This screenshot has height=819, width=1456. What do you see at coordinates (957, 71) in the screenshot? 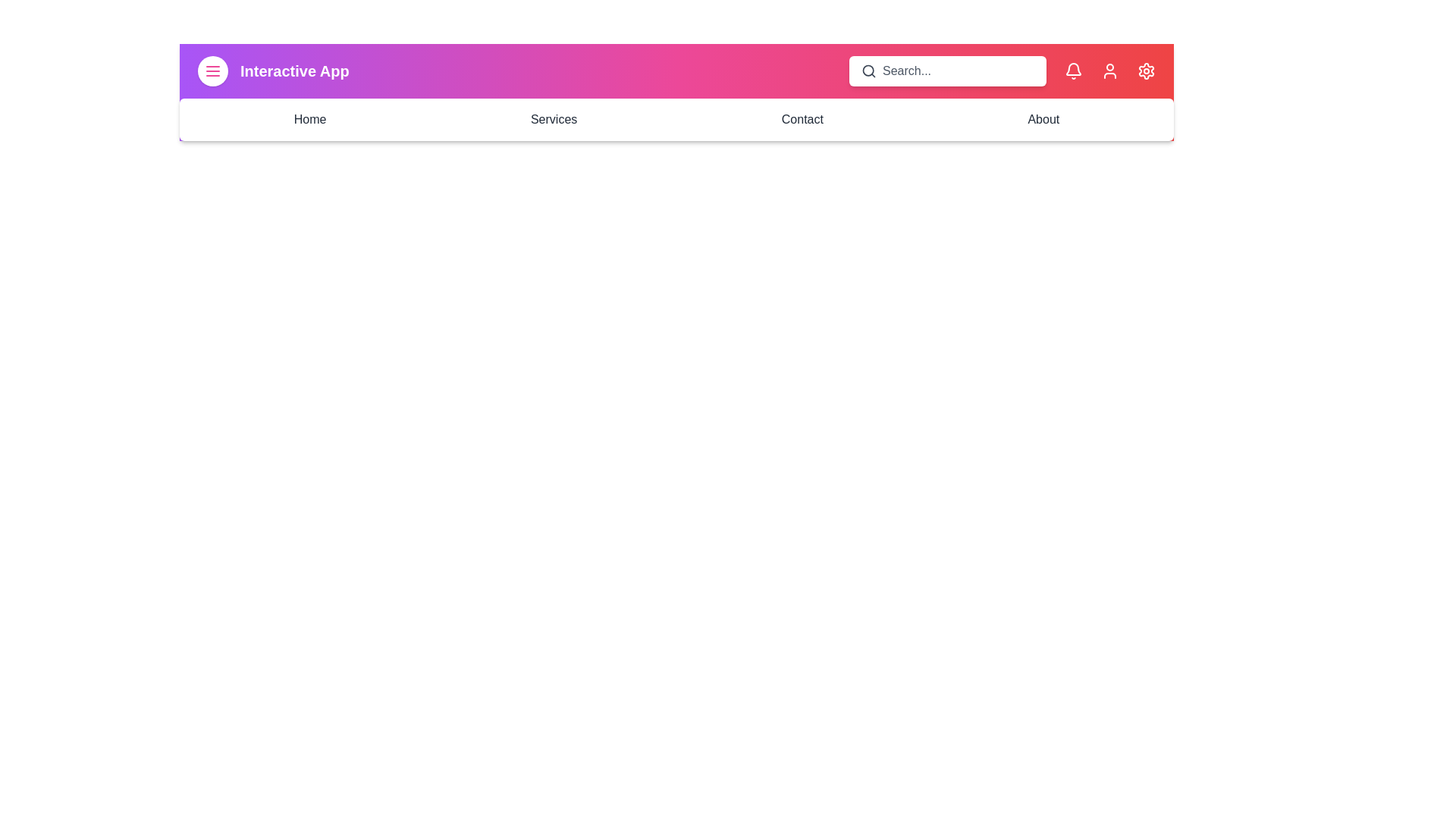
I see `the search input field and type 25` at bounding box center [957, 71].